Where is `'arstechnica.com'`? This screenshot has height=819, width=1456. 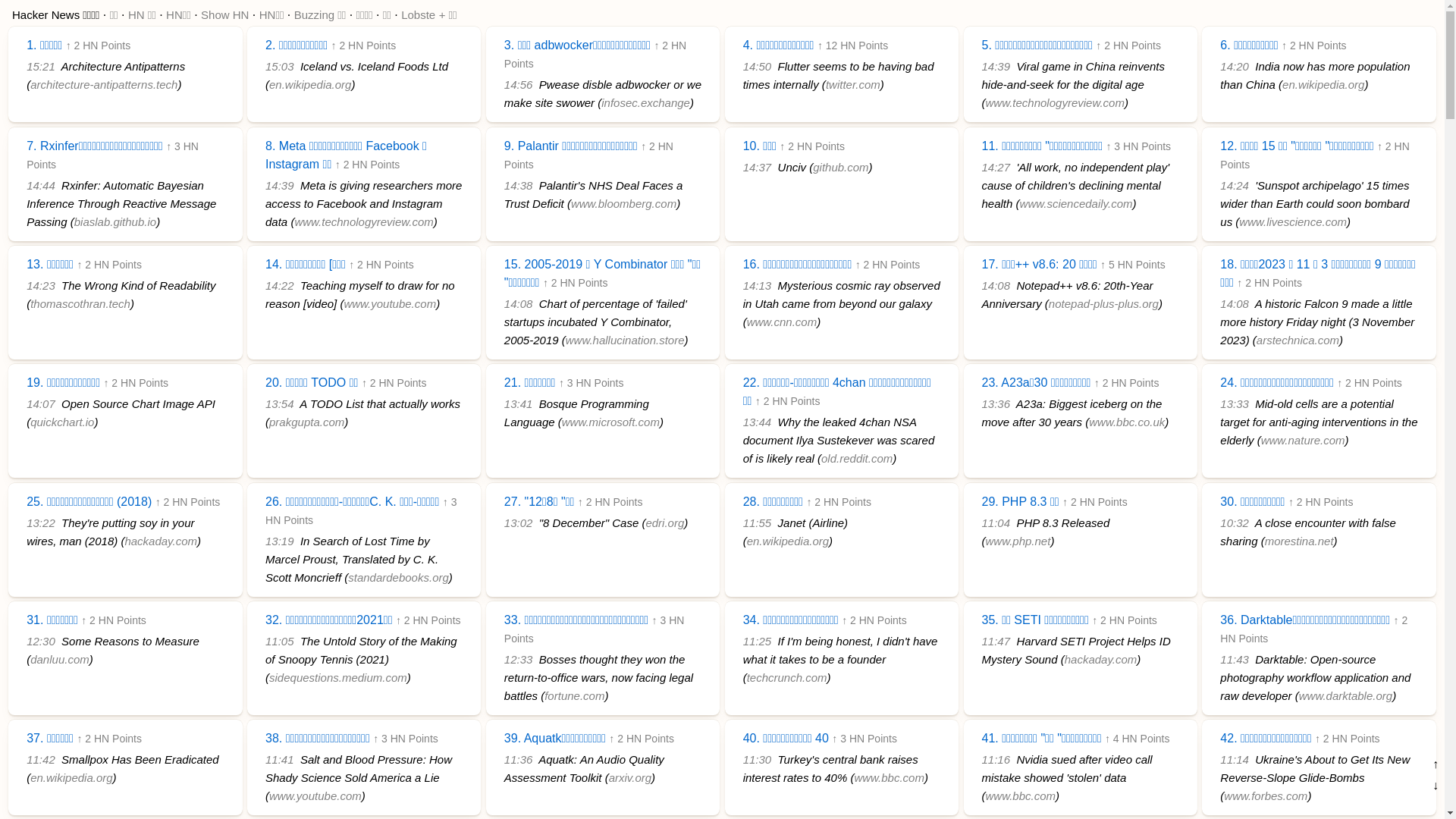
'arstechnica.com' is located at coordinates (1297, 339).